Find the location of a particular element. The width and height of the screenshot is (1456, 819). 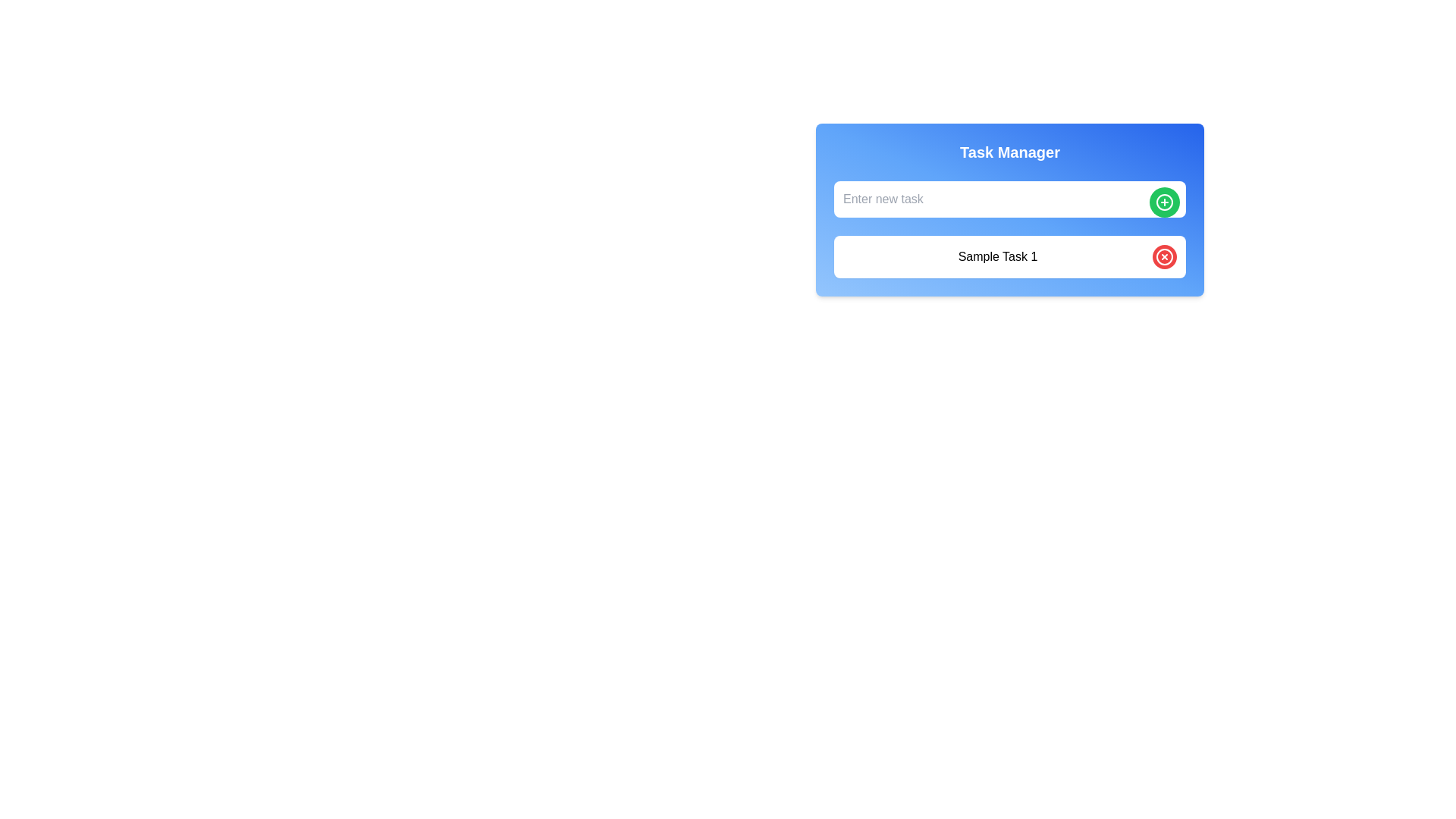

the Text input field in the 'Task Manager' section is located at coordinates (1009, 198).